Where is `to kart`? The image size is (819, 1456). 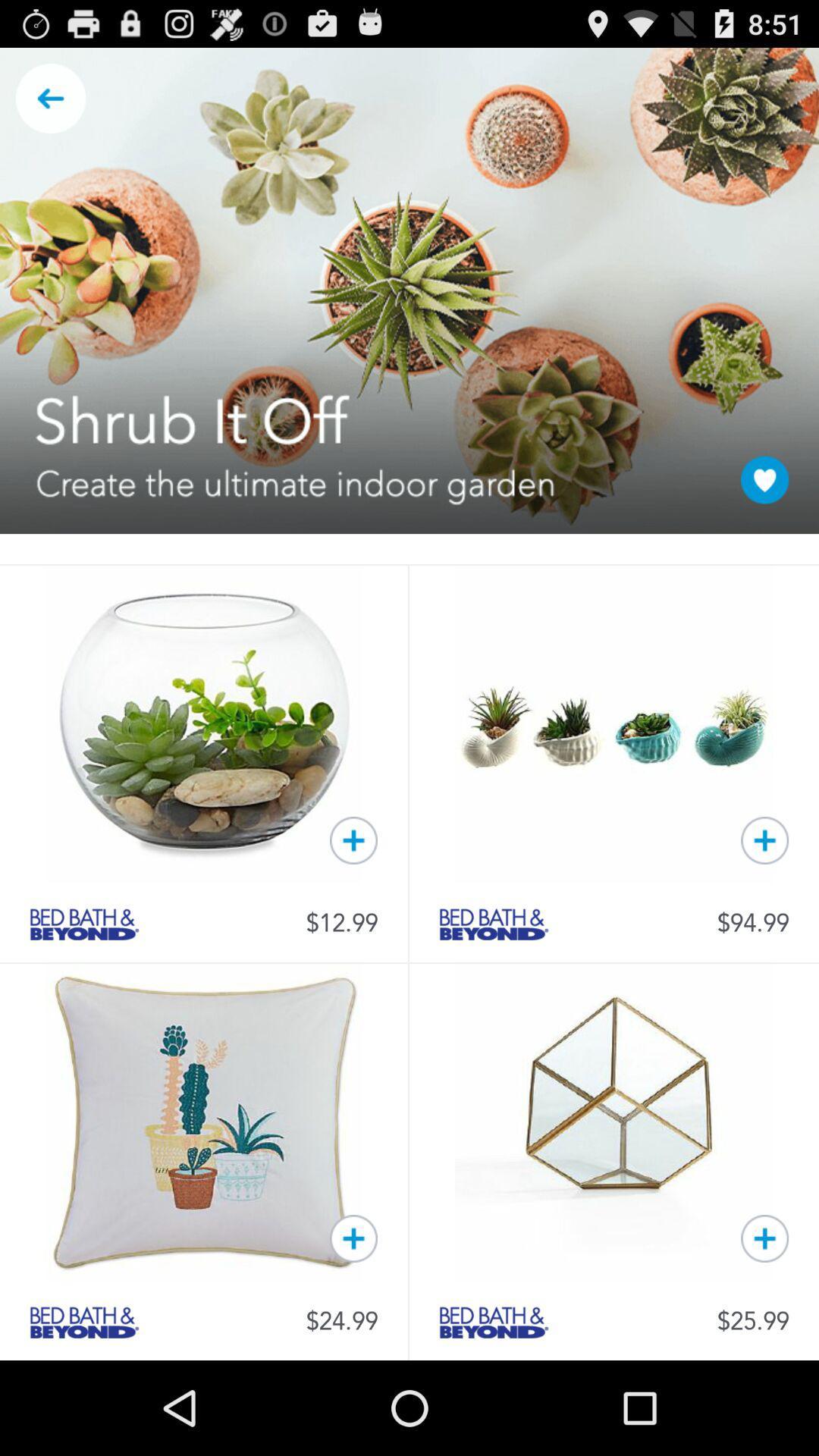 to kart is located at coordinates (353, 839).